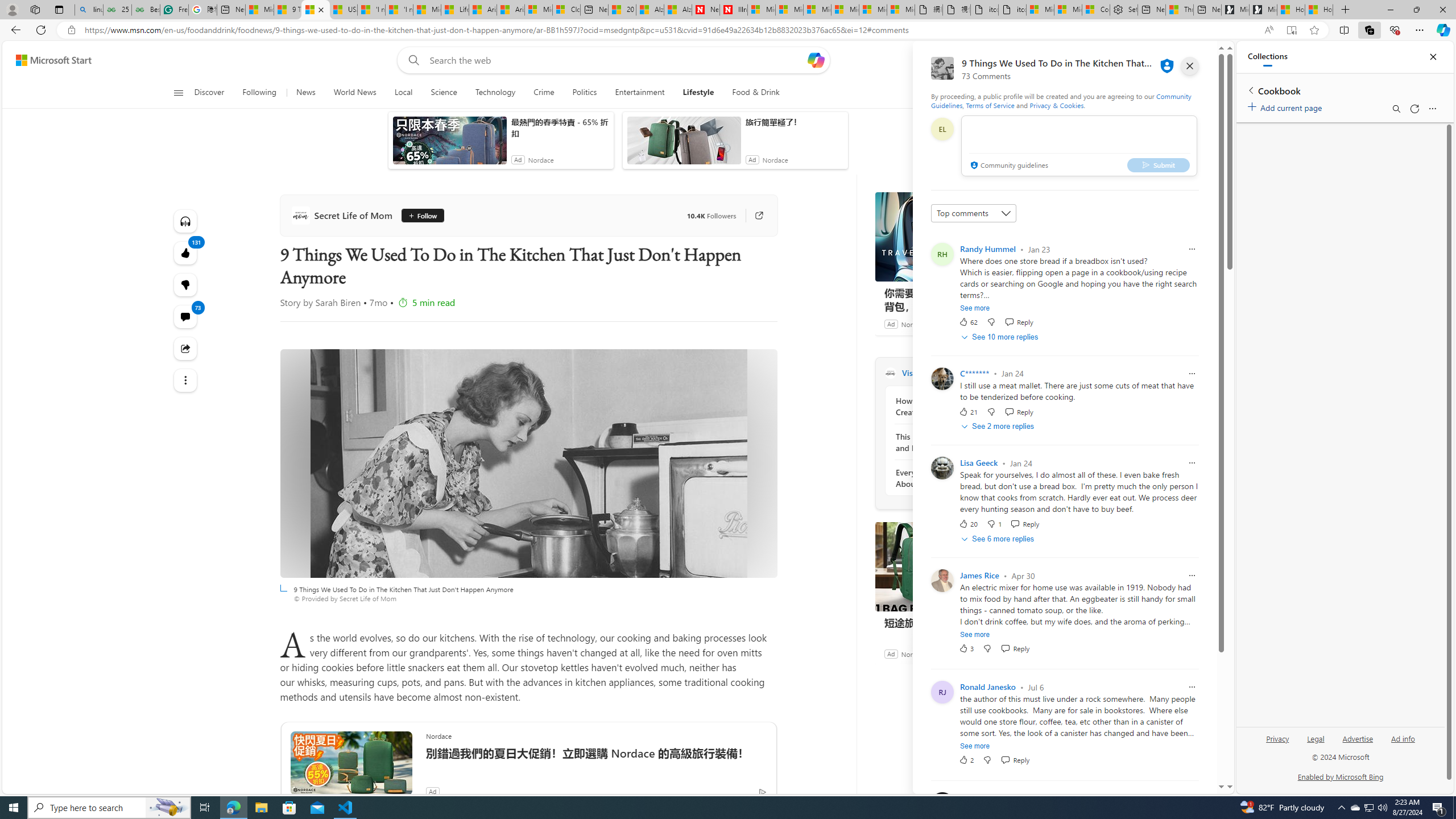  What do you see at coordinates (185, 379) in the screenshot?
I see `'Class: at-item'` at bounding box center [185, 379].